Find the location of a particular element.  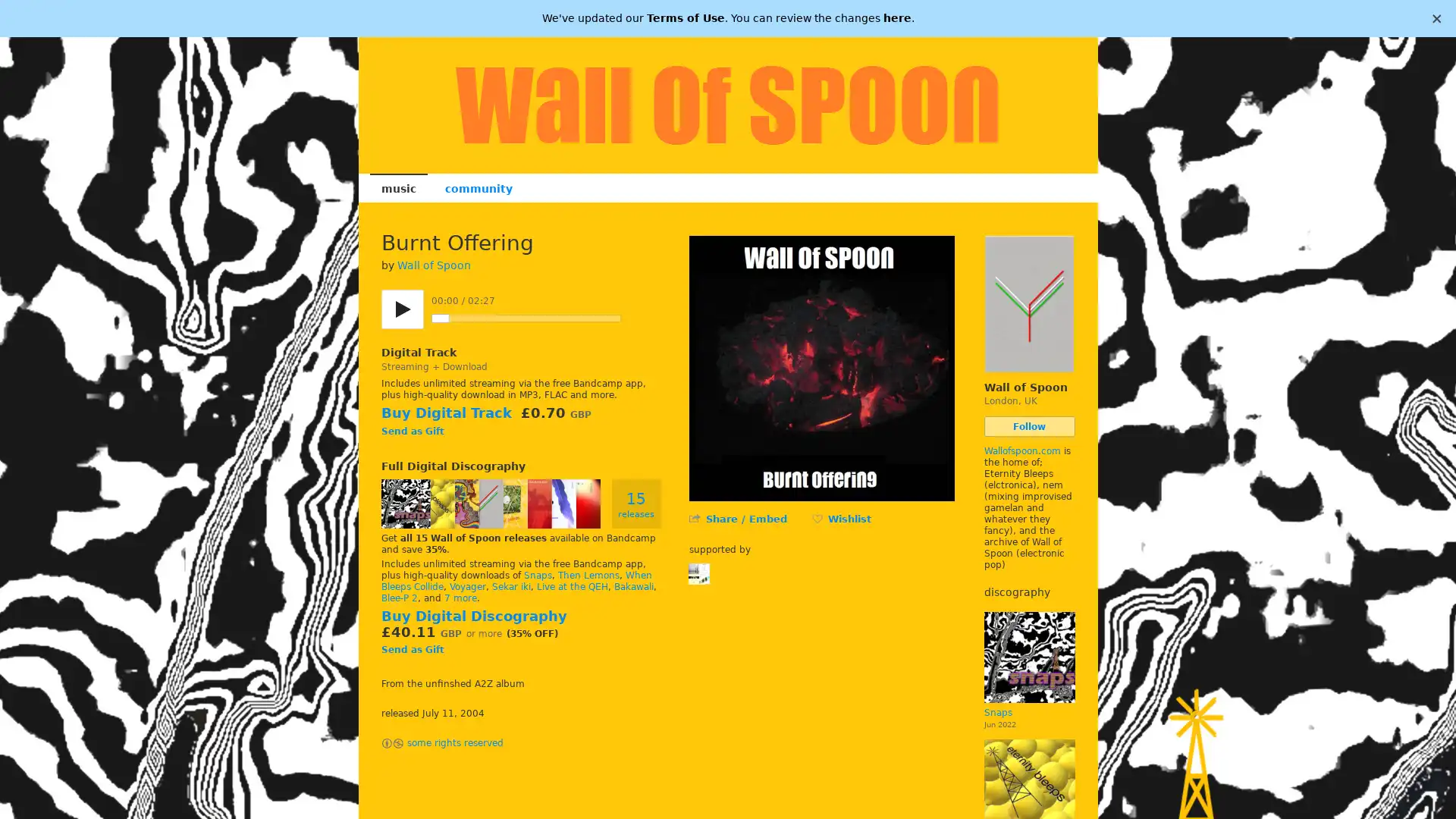

Send as Gift is located at coordinates (412, 648).